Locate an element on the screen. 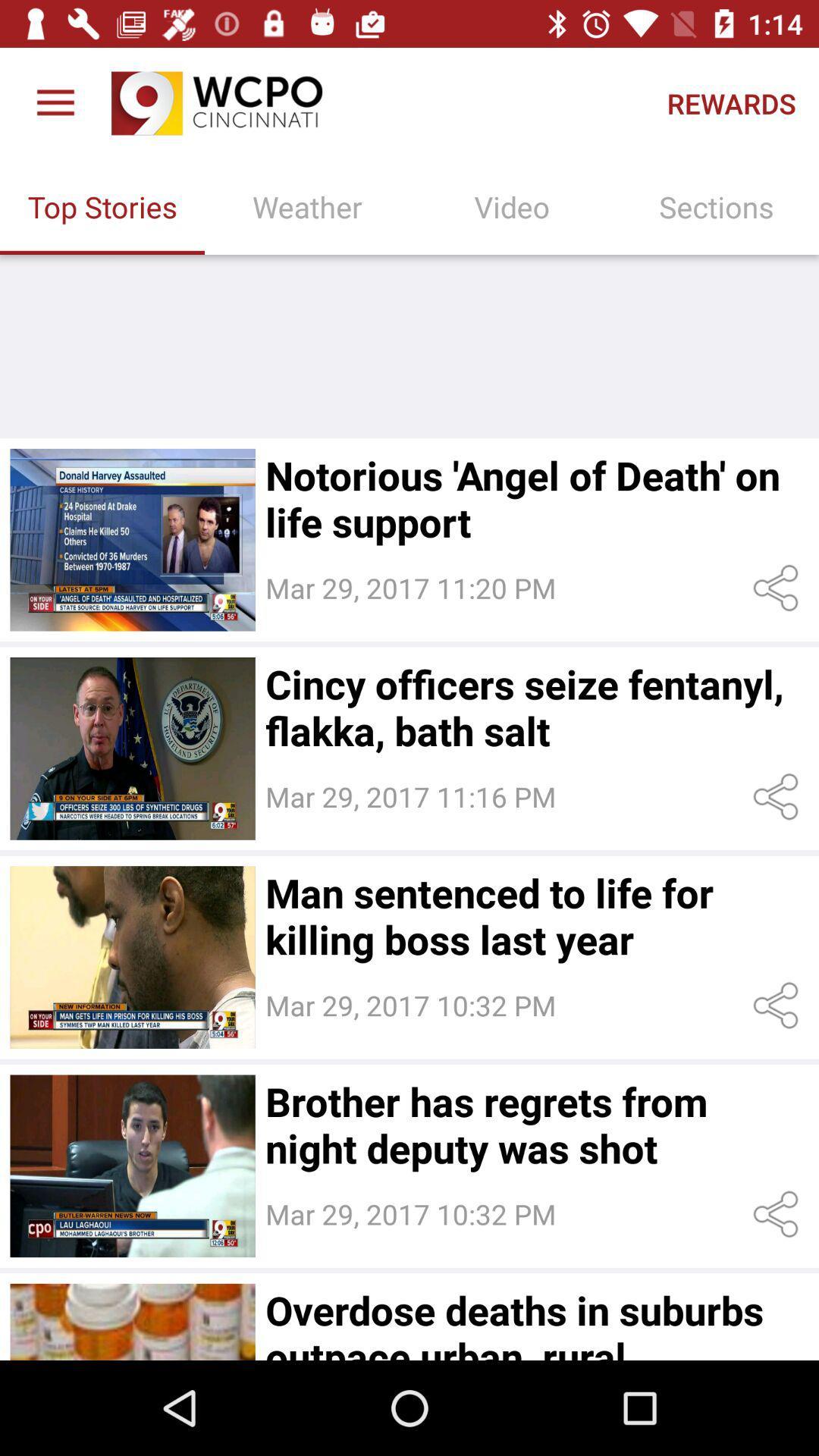 This screenshot has width=819, height=1456. the article is located at coordinates (132, 1321).